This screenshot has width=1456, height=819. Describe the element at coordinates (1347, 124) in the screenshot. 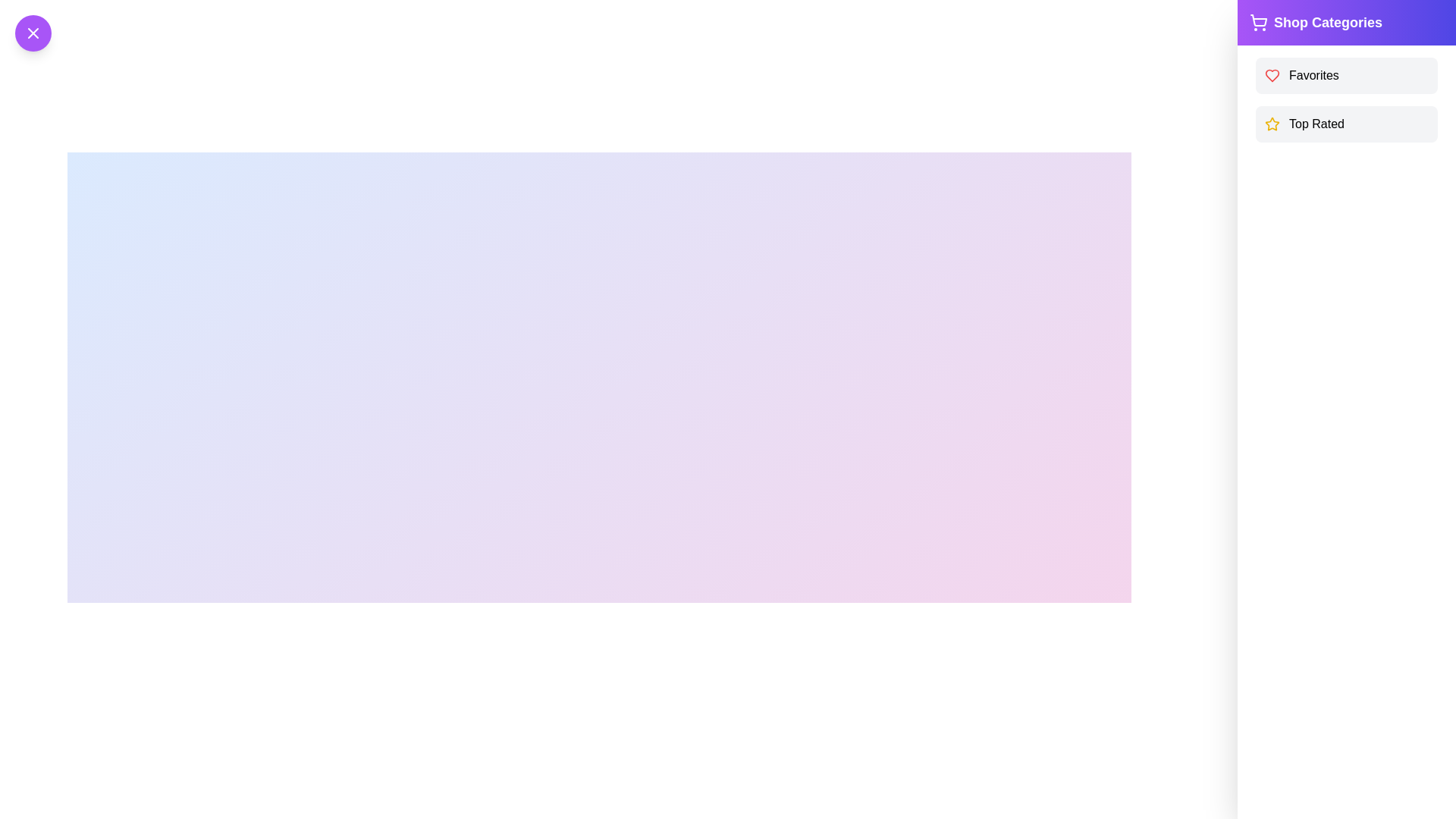

I see `the 'Top Rated' category in the list` at that location.